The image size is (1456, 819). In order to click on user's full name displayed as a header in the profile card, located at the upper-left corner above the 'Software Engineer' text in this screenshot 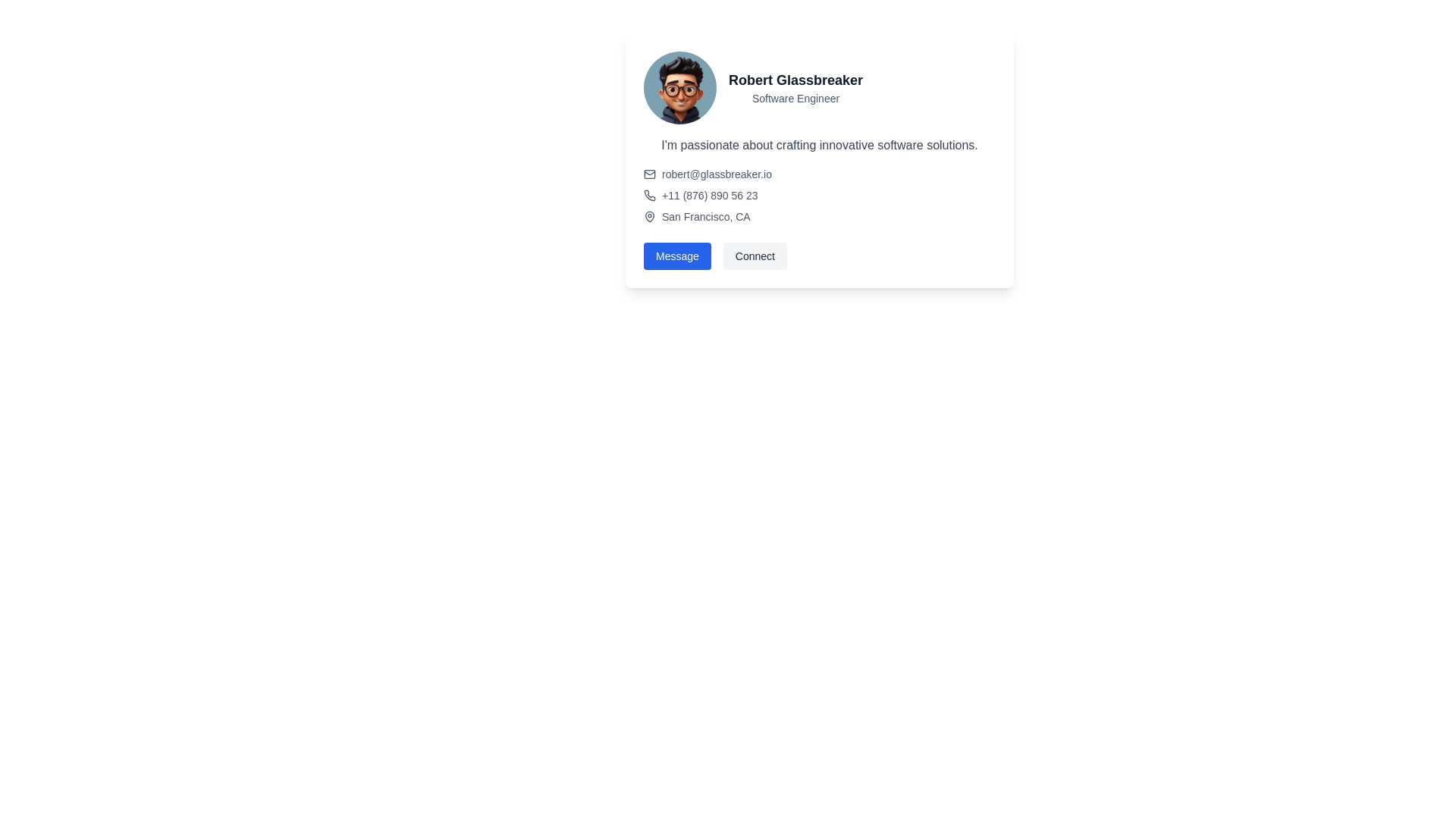, I will do `click(795, 80)`.